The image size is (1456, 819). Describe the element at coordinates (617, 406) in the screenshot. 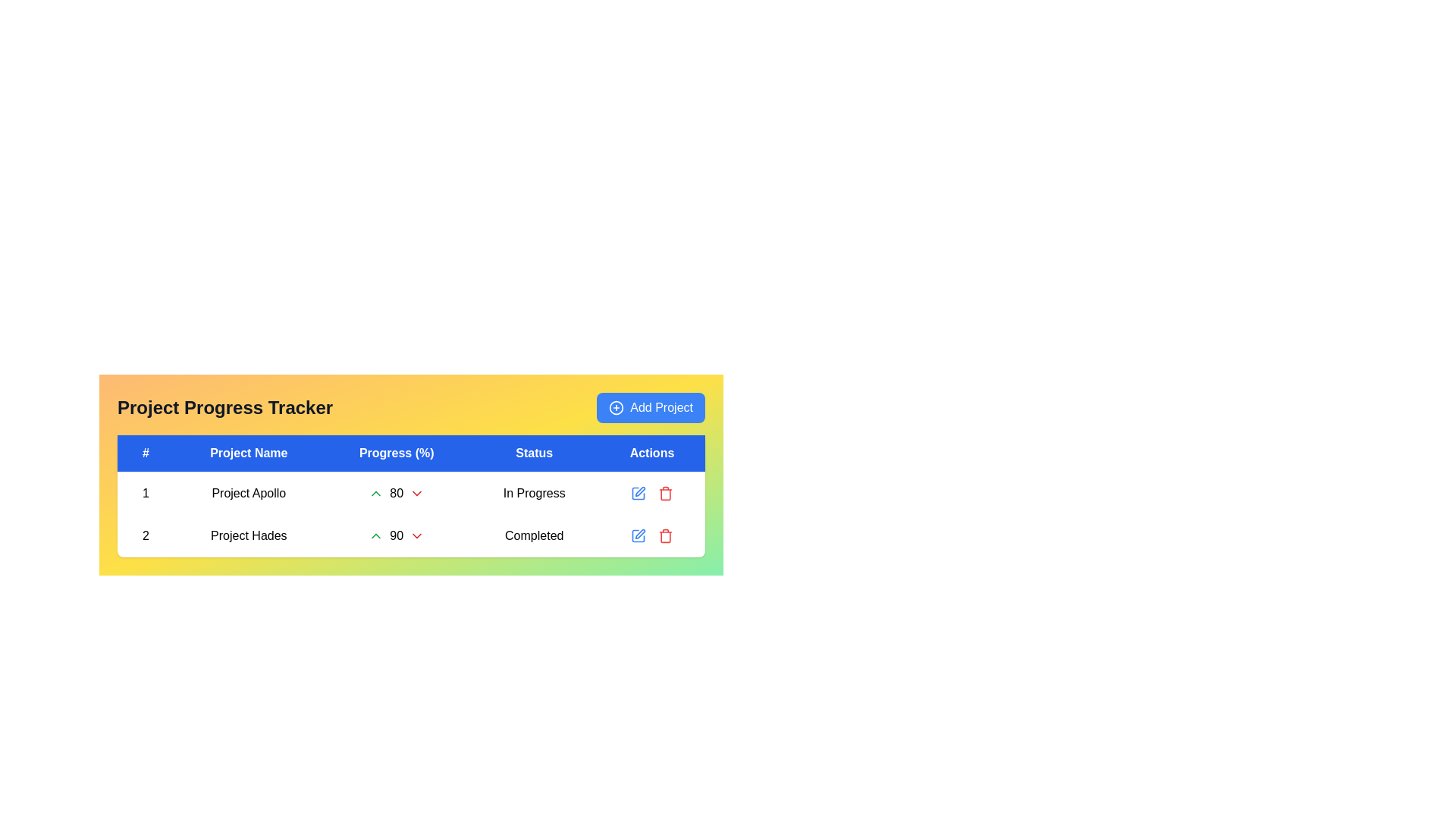

I see `the SVG icon located on the leftmost side of the 'Add Project' button to possibly see a tooltip` at that location.